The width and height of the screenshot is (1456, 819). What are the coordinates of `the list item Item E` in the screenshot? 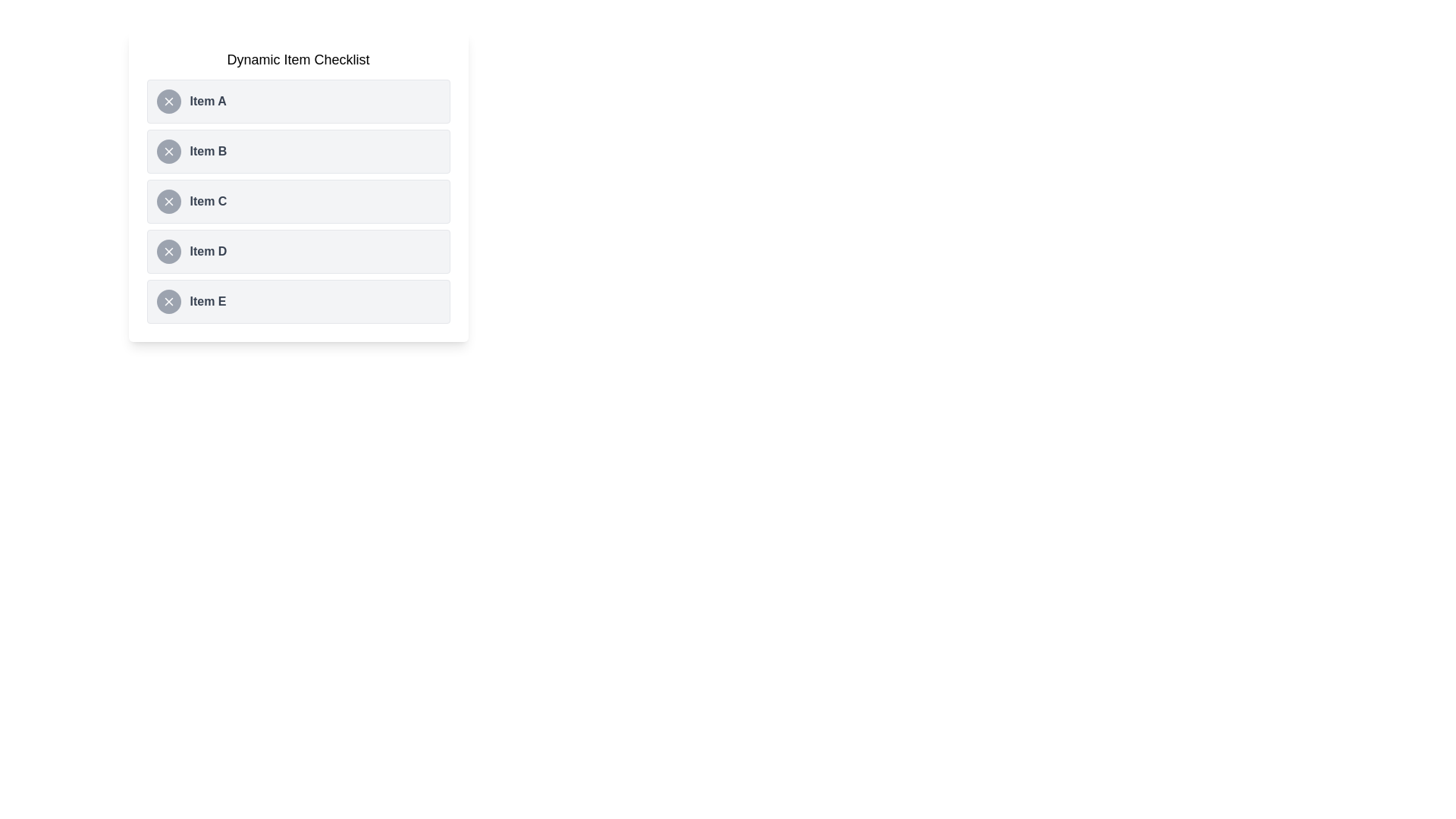 It's located at (298, 301).